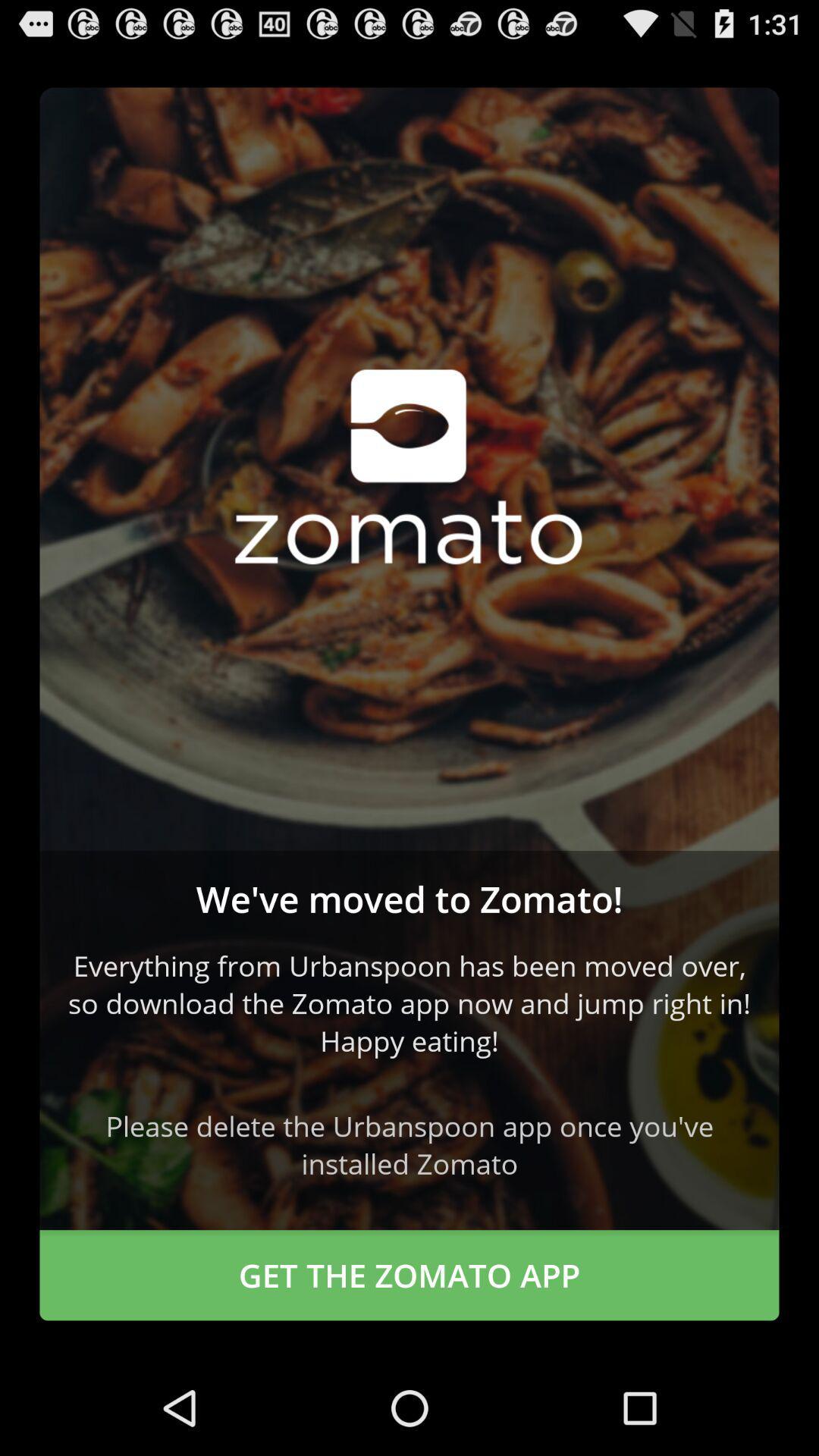 This screenshot has width=819, height=1456. I want to click on direct to zomato in app store, so click(409, 468).